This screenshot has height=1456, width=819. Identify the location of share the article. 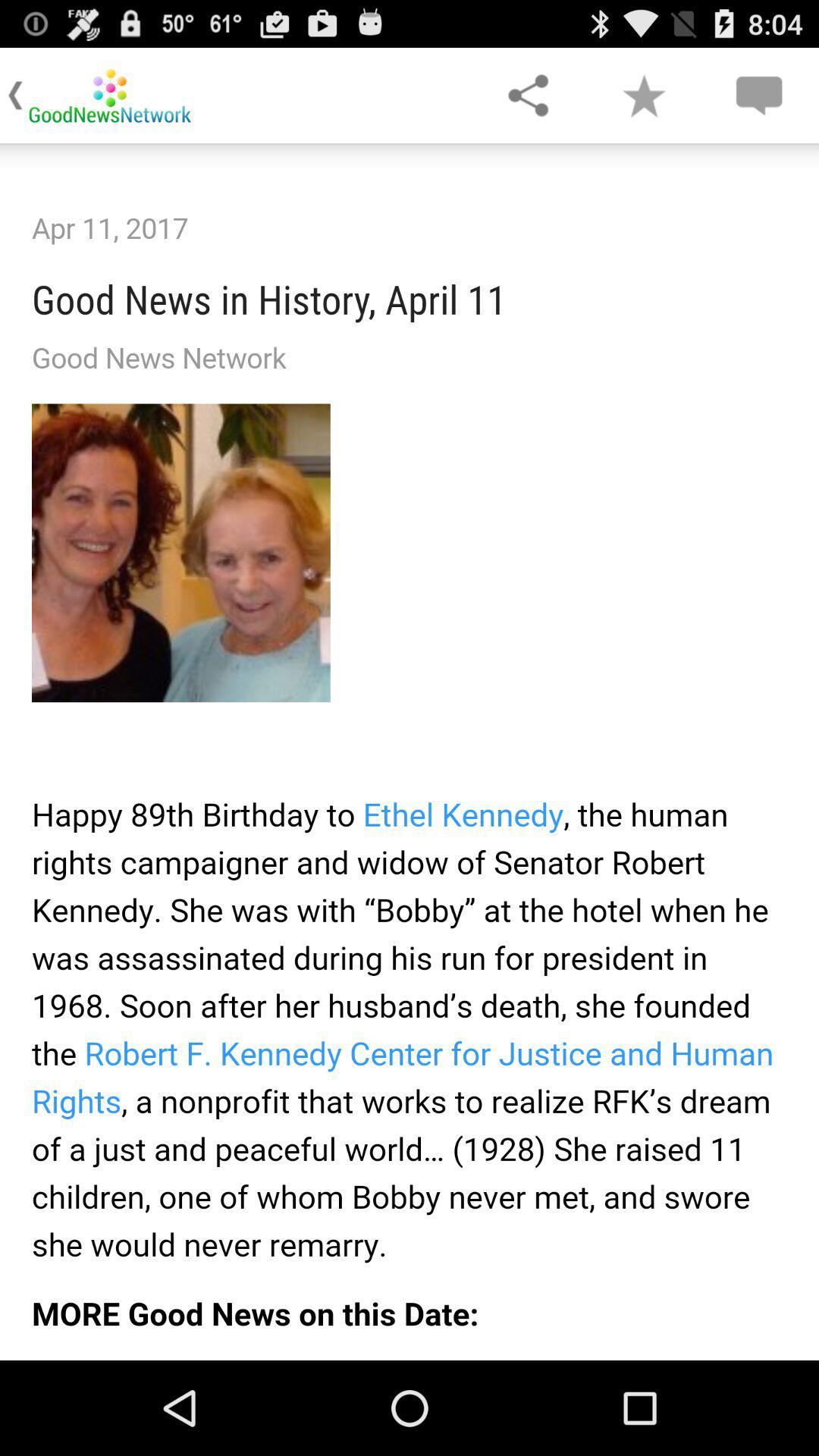
(527, 94).